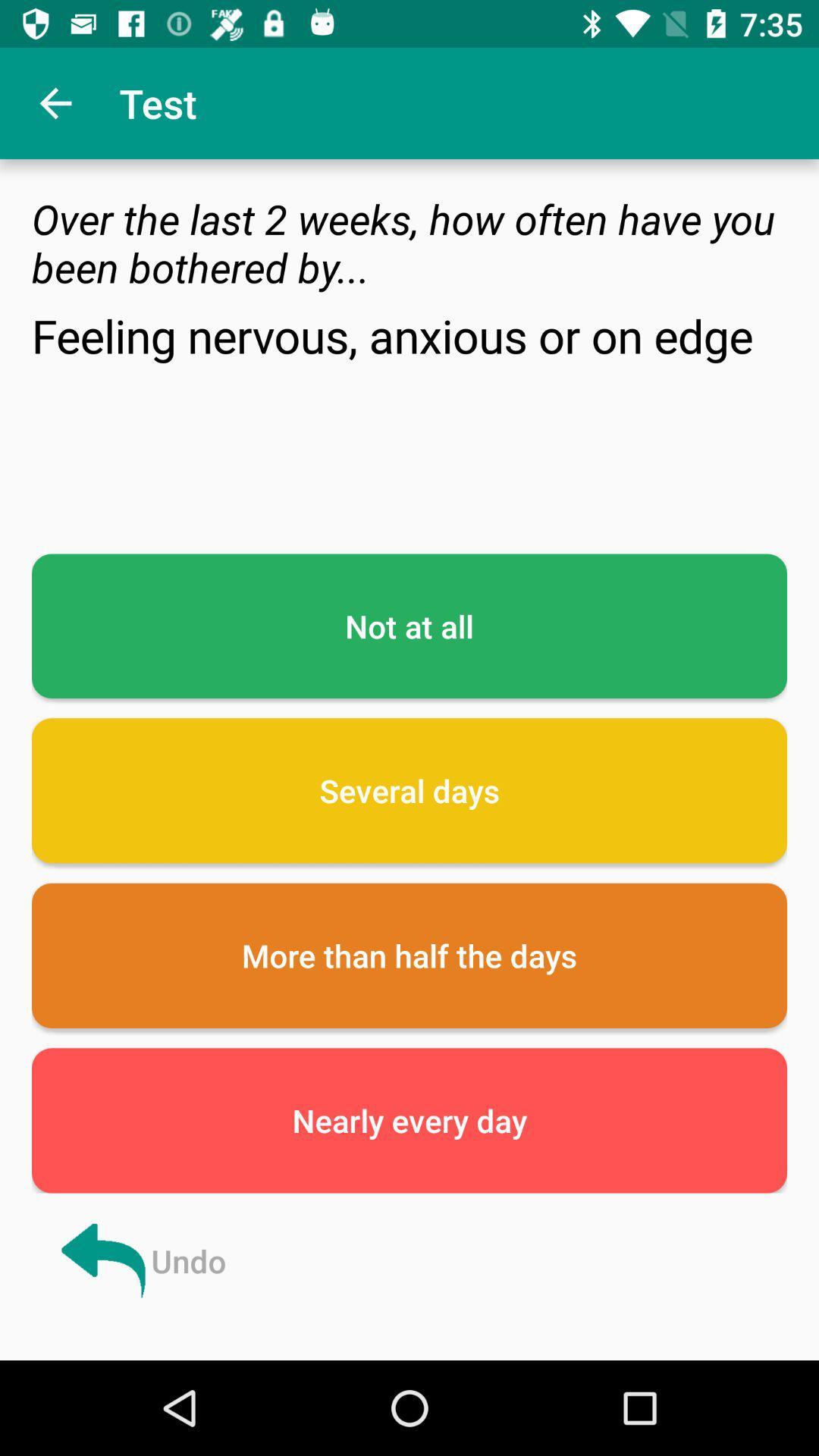 The width and height of the screenshot is (819, 1456). Describe the element at coordinates (409, 789) in the screenshot. I see `several days` at that location.